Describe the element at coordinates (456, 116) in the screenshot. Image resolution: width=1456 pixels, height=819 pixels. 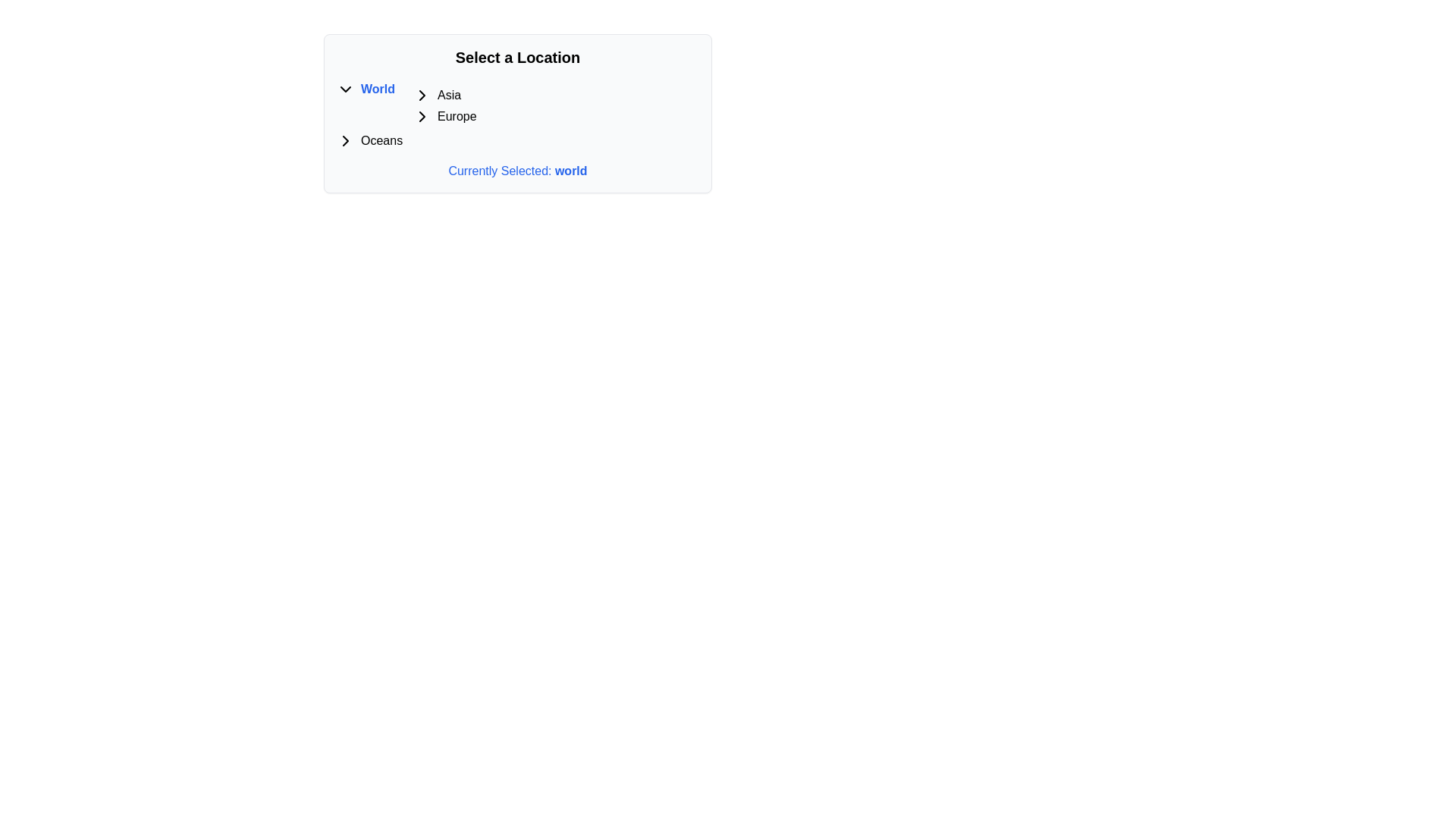
I see `the 'Europe' button, which is styled as a button in black font and positioned under the 'World' category in a structured list` at that location.